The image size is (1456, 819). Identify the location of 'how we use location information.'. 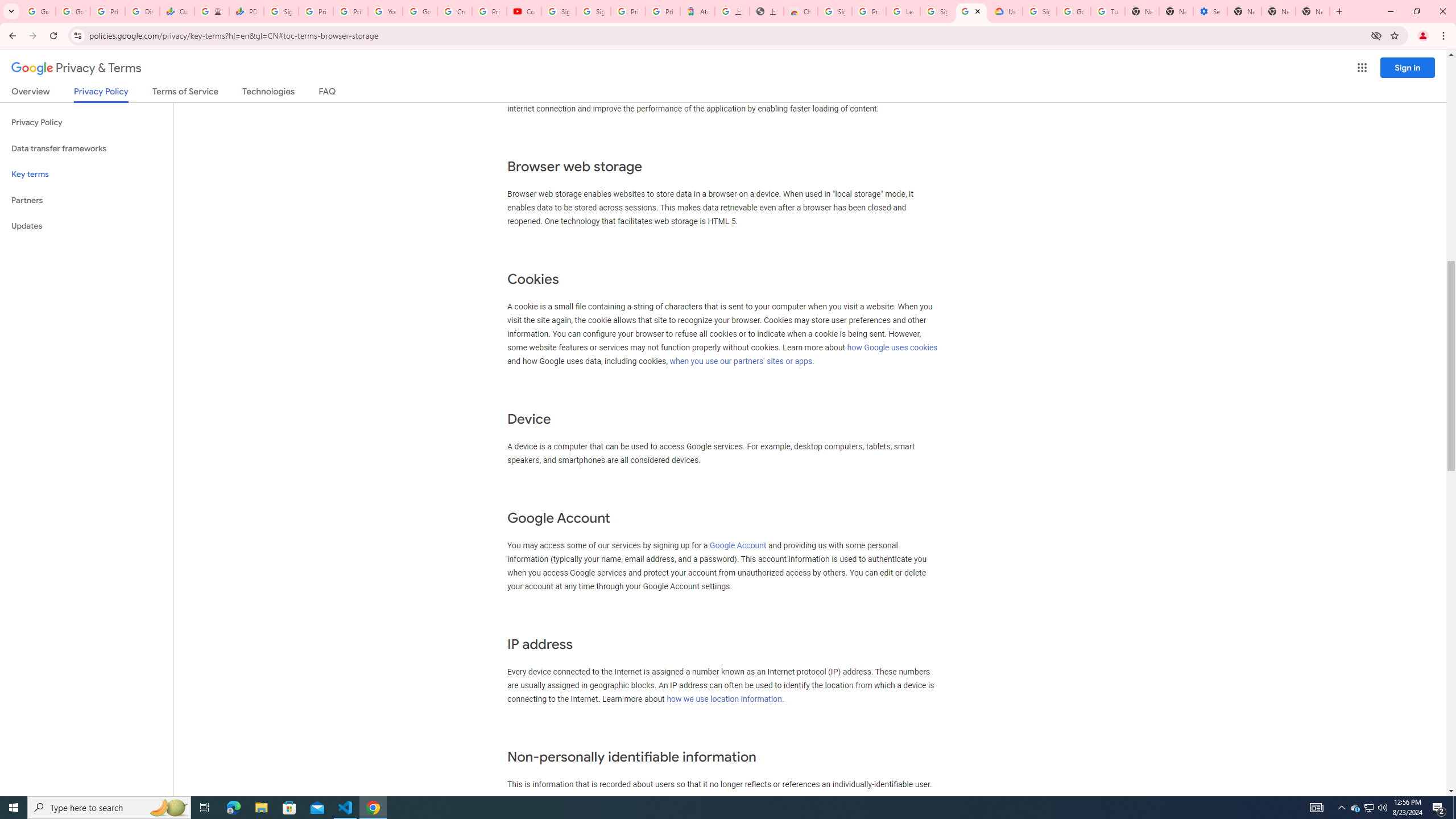
(725, 699).